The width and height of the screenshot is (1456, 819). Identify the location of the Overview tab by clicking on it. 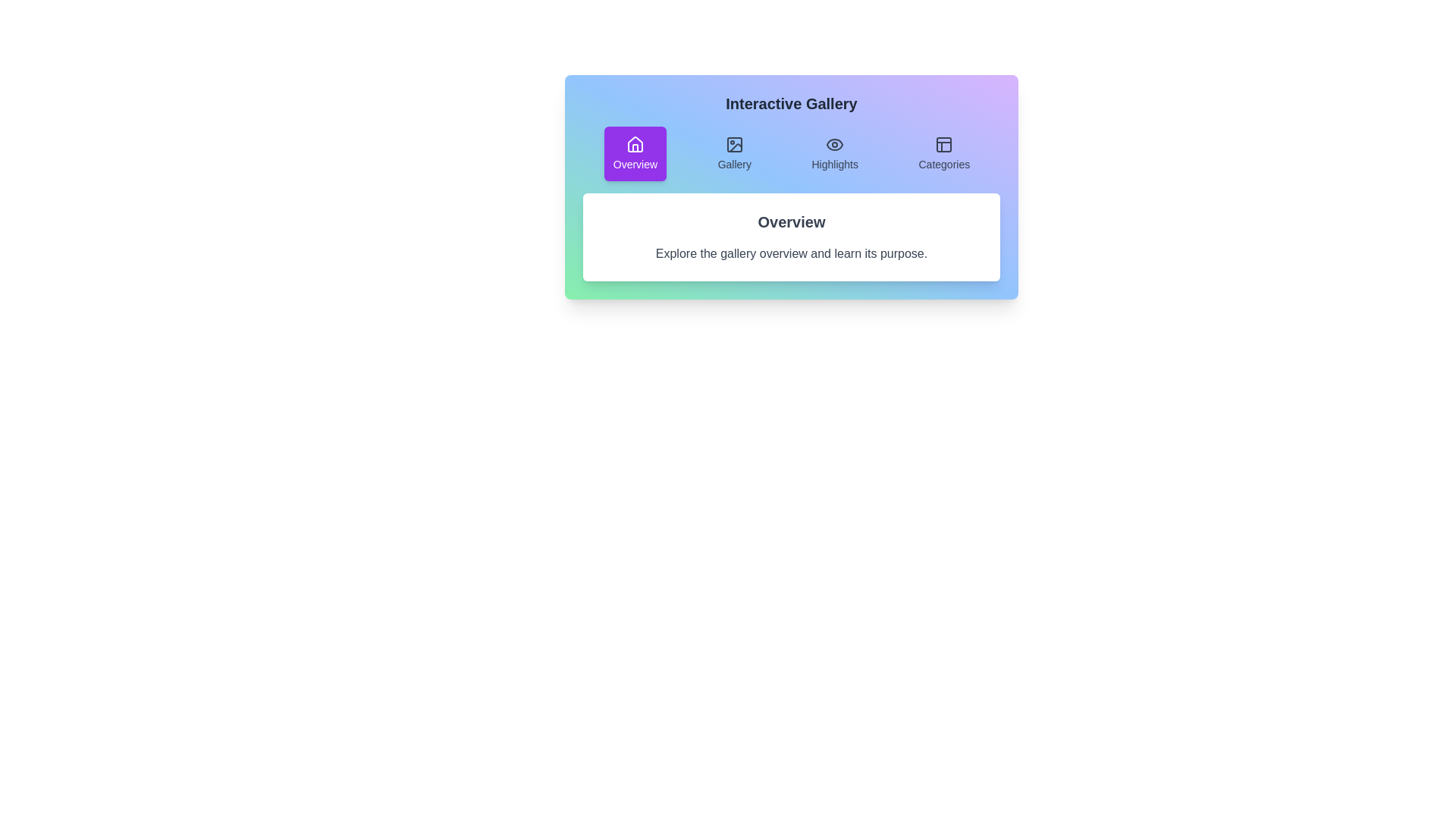
(635, 154).